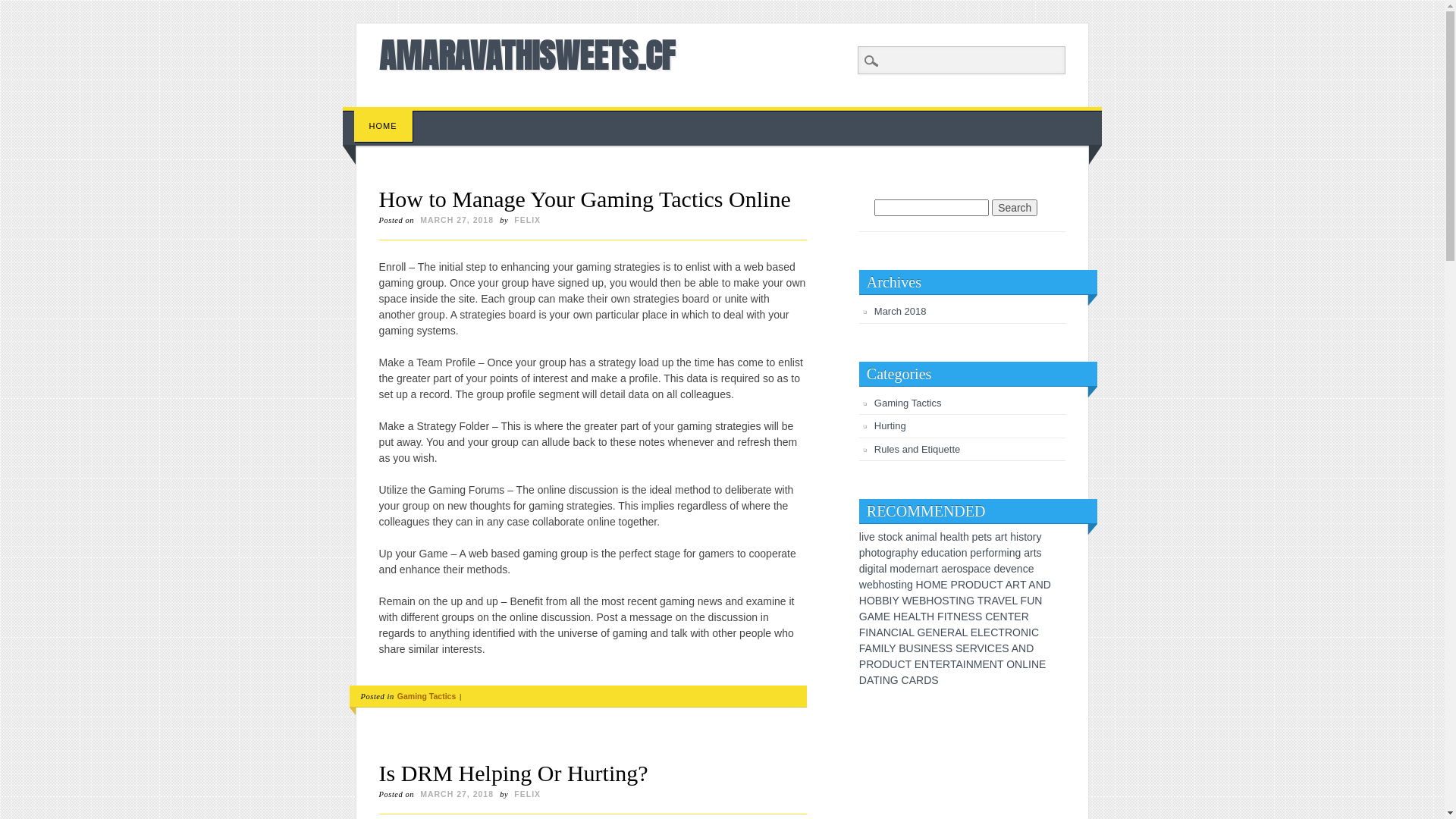  What do you see at coordinates (954, 568) in the screenshot?
I see `'r'` at bounding box center [954, 568].